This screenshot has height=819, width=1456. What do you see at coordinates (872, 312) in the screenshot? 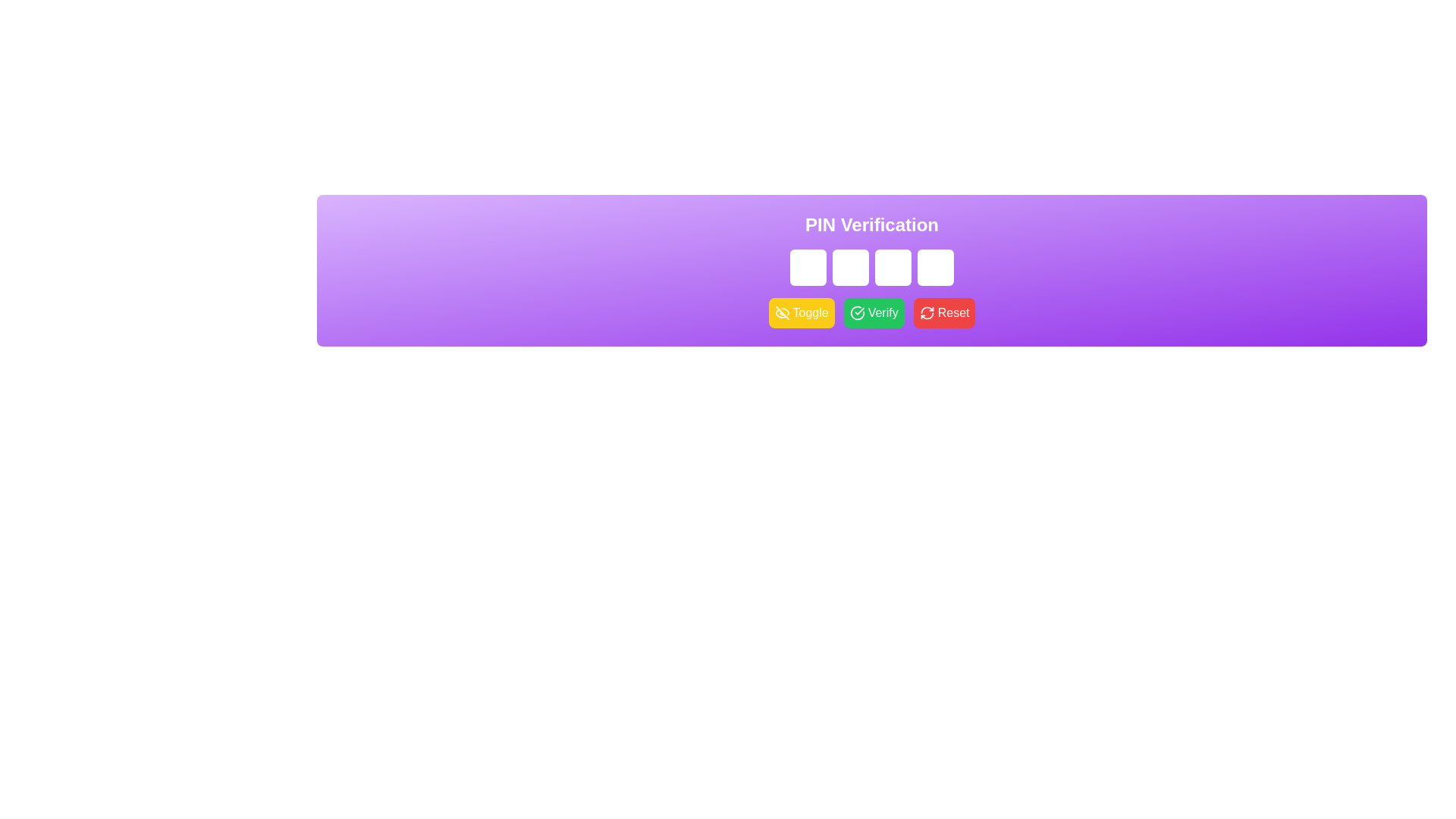
I see `the vibrant 'Verify' button with a green background and white bold text to initiate the verification process` at bounding box center [872, 312].